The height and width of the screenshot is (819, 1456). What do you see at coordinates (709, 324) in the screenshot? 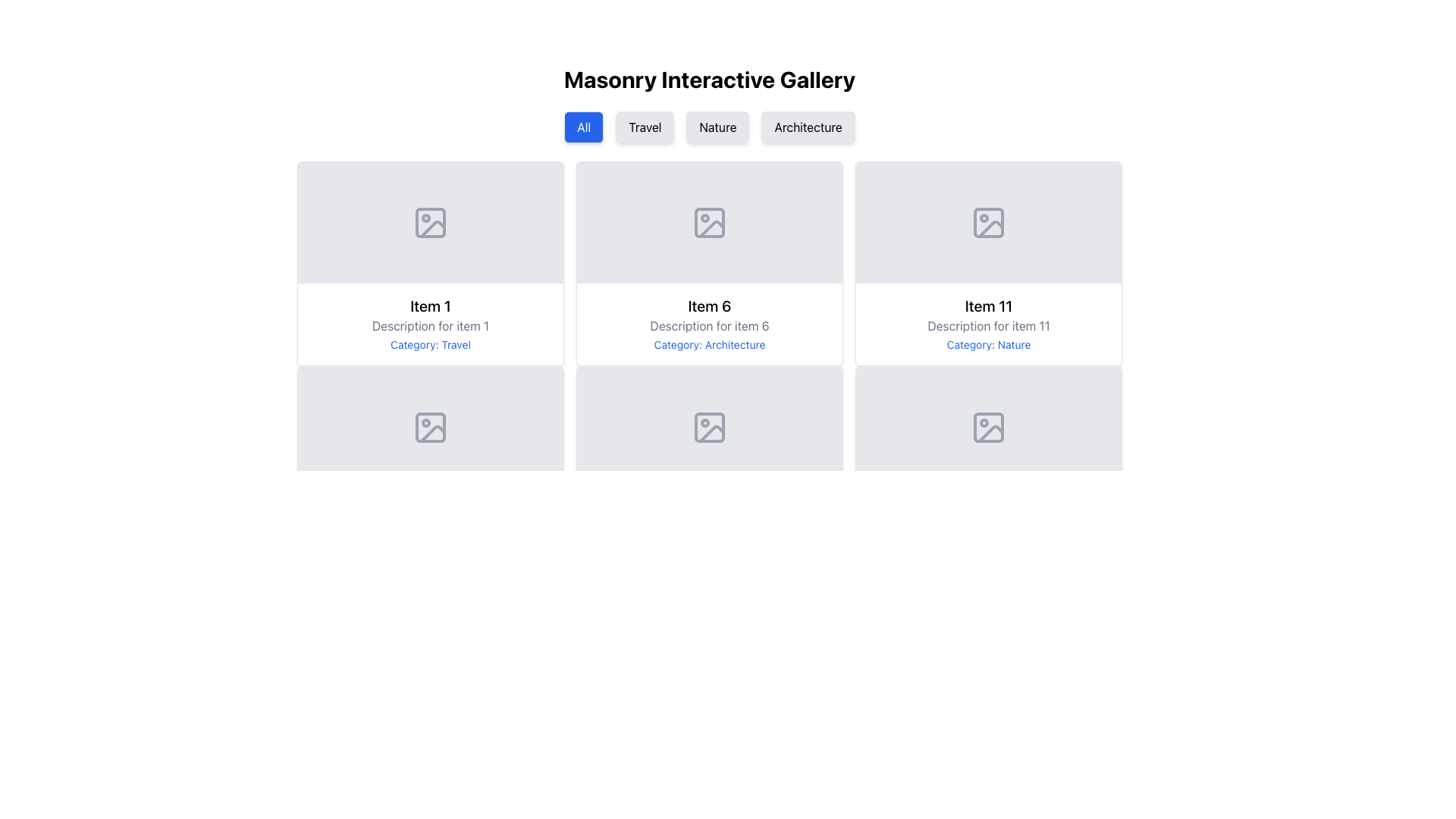
I see `the category link in the Text Display Block located in the second row, second column of the masonry-style layout` at bounding box center [709, 324].